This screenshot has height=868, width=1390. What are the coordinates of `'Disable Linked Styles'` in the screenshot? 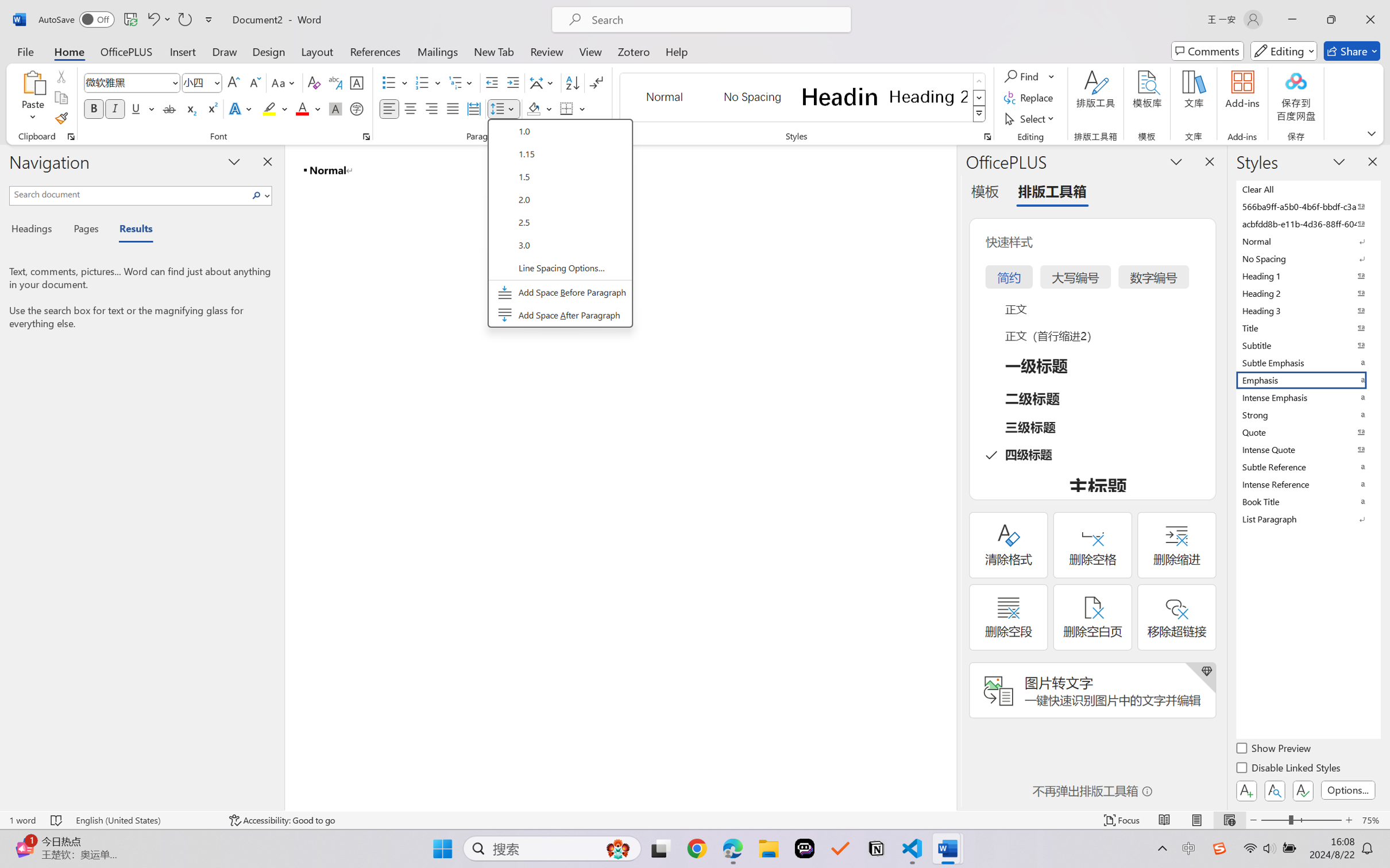 It's located at (1288, 769).